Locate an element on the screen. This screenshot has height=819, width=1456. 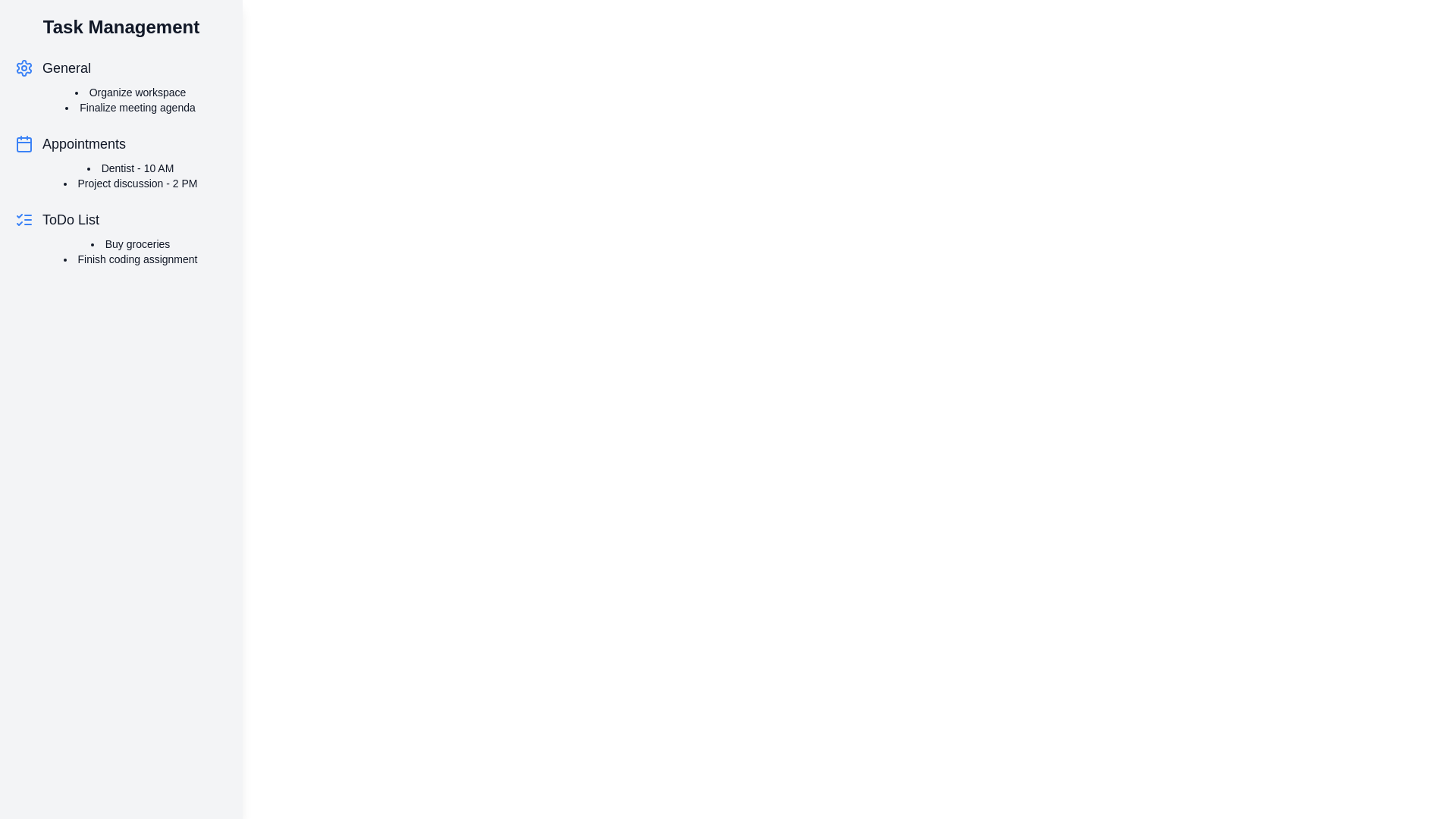
menu button to toggle the drawer visibility is located at coordinates (29, 29).